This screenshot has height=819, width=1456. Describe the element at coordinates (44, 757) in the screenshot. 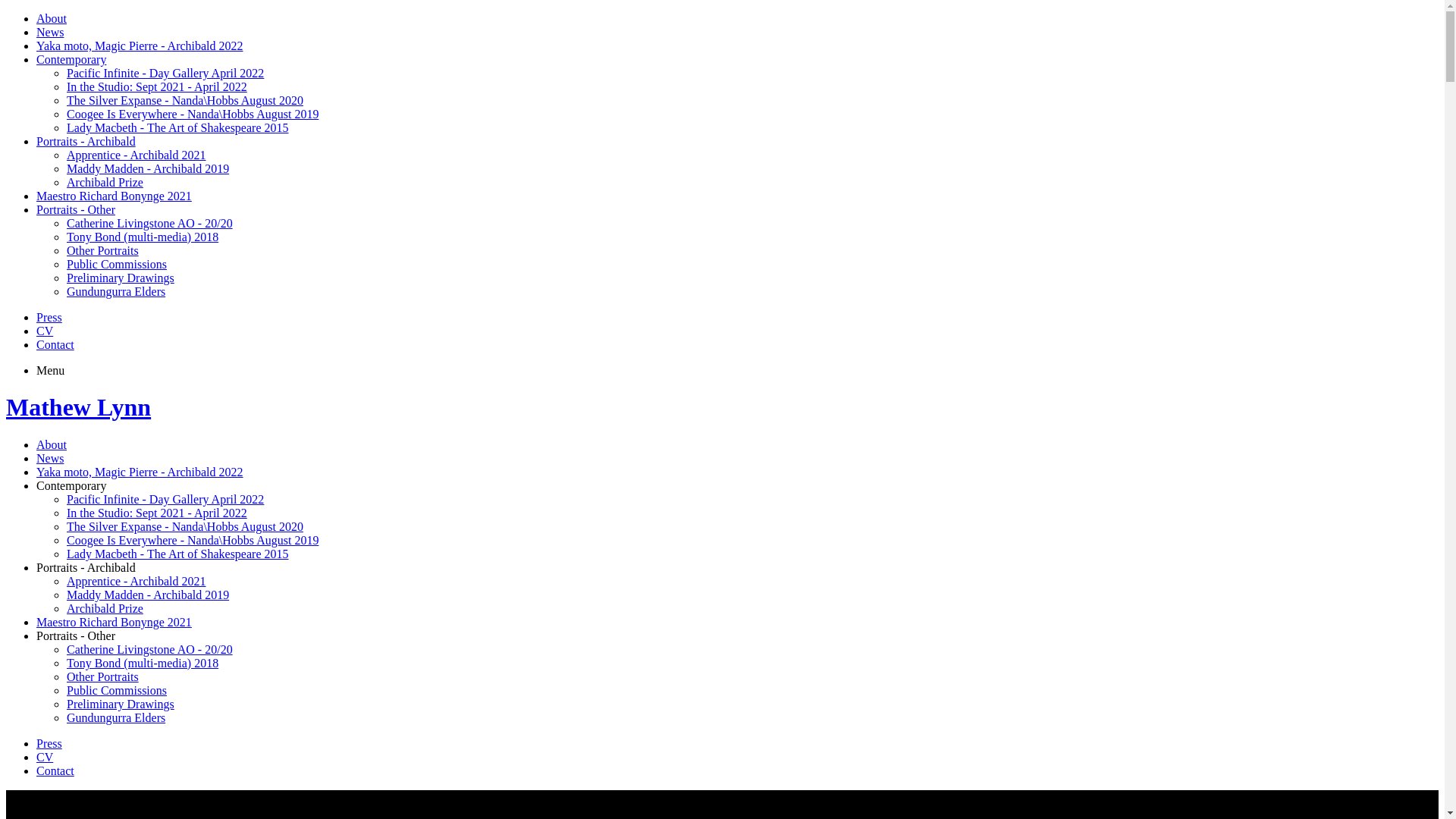

I see `'CV'` at that location.